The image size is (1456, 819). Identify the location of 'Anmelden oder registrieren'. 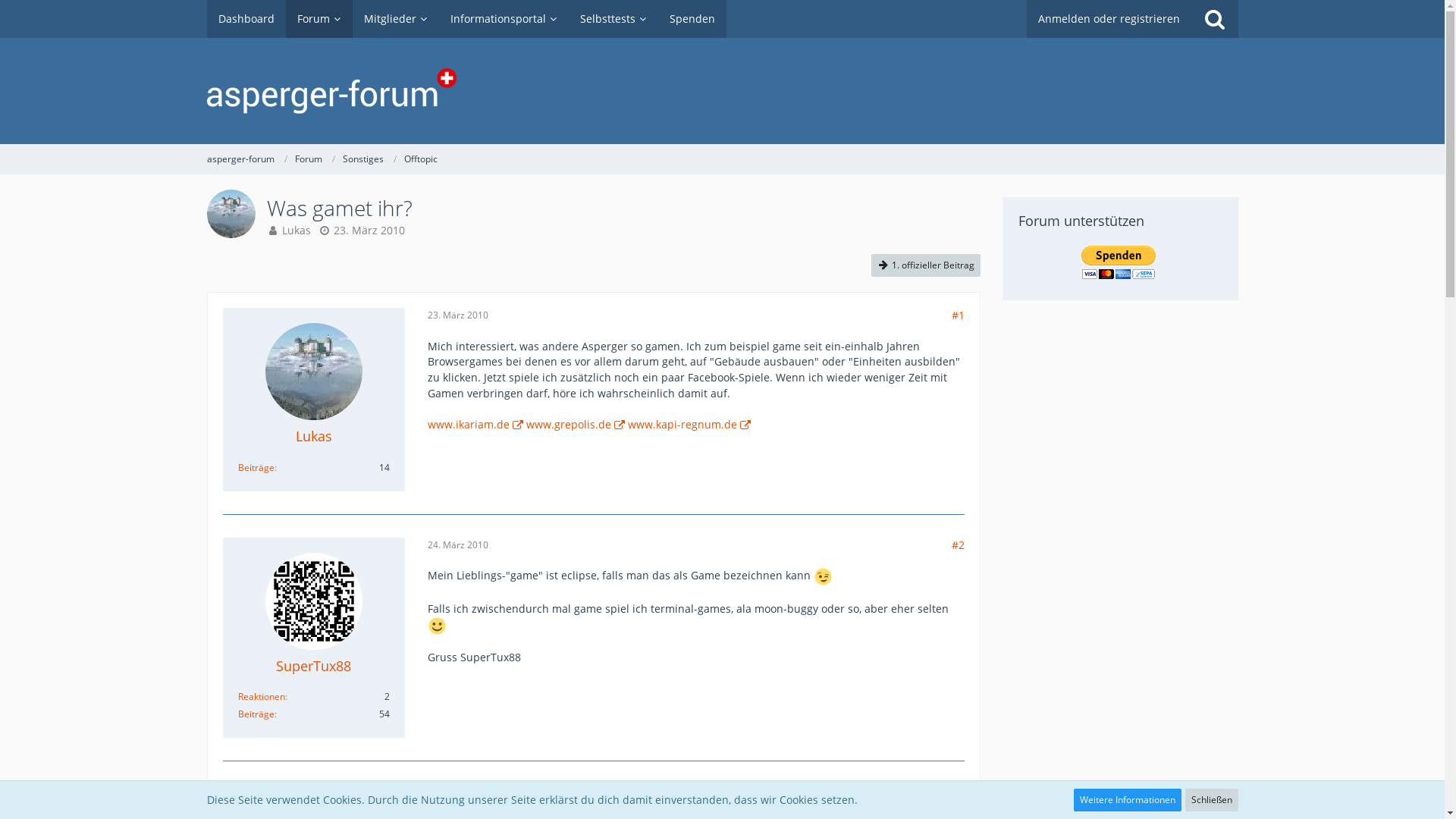
(1026, 18).